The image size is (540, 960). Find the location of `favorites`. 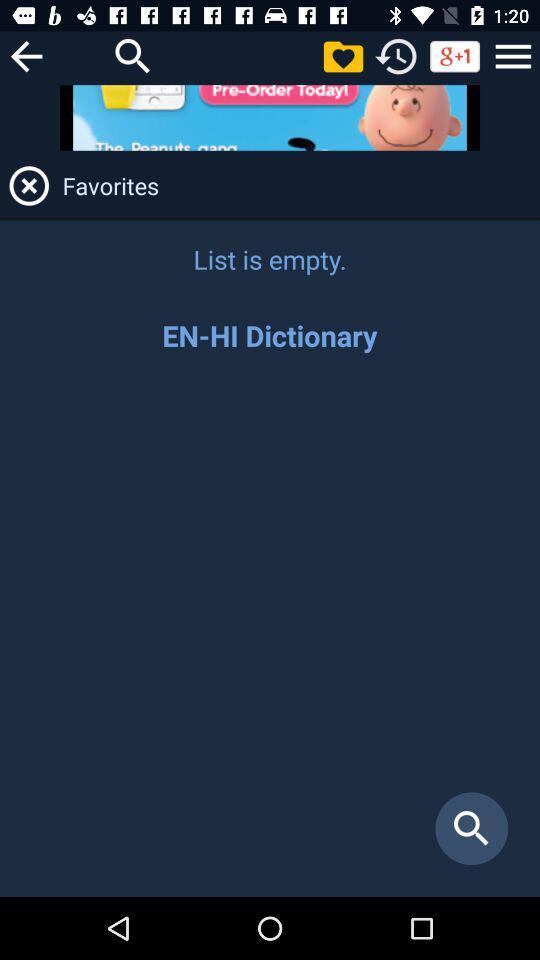

favorites is located at coordinates (28, 185).